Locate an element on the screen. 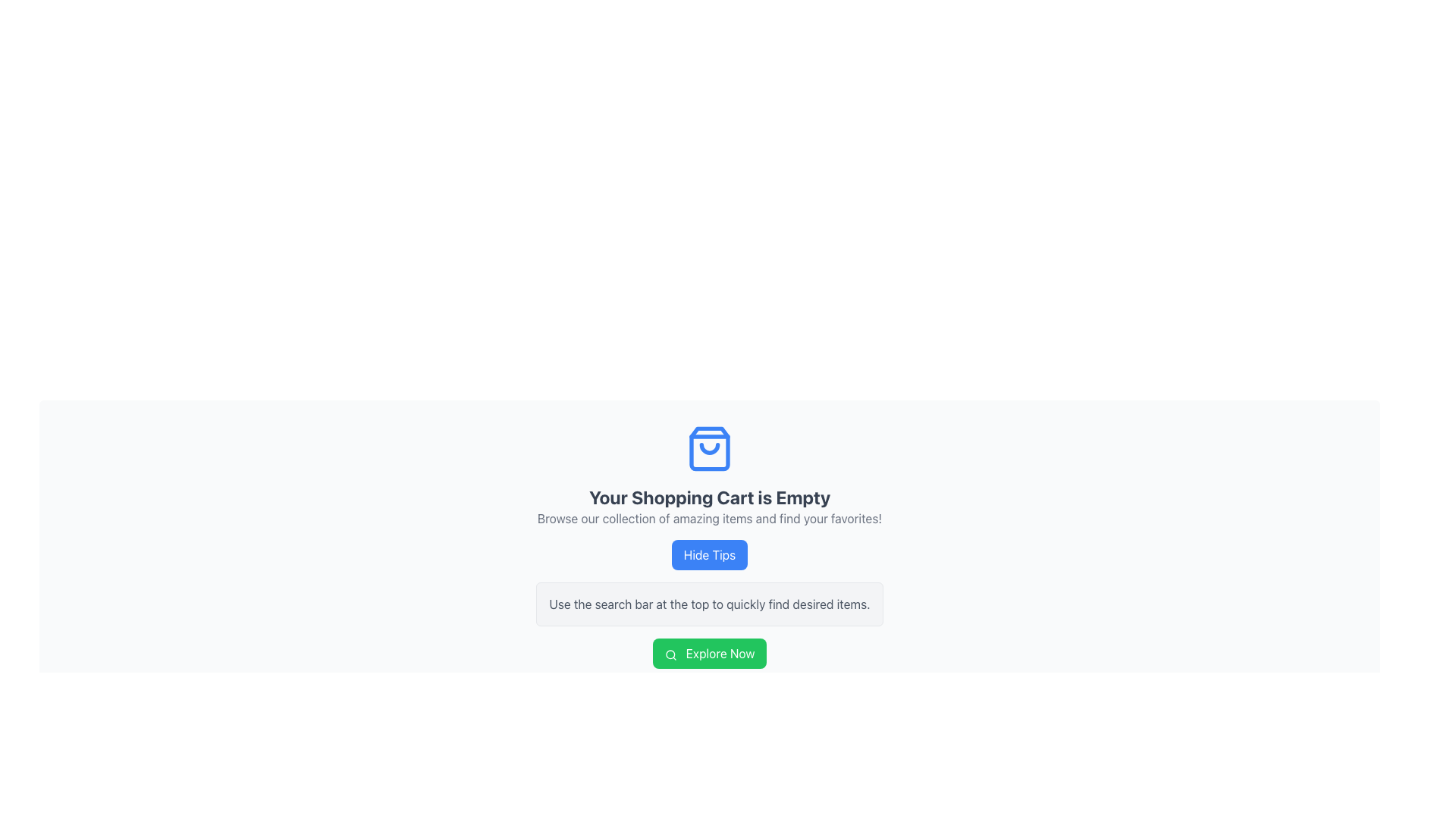 The width and height of the screenshot is (1456, 819). the Circle SVG graphical element that is part of a larger icon, enhancing its visual representation is located at coordinates (669, 654).